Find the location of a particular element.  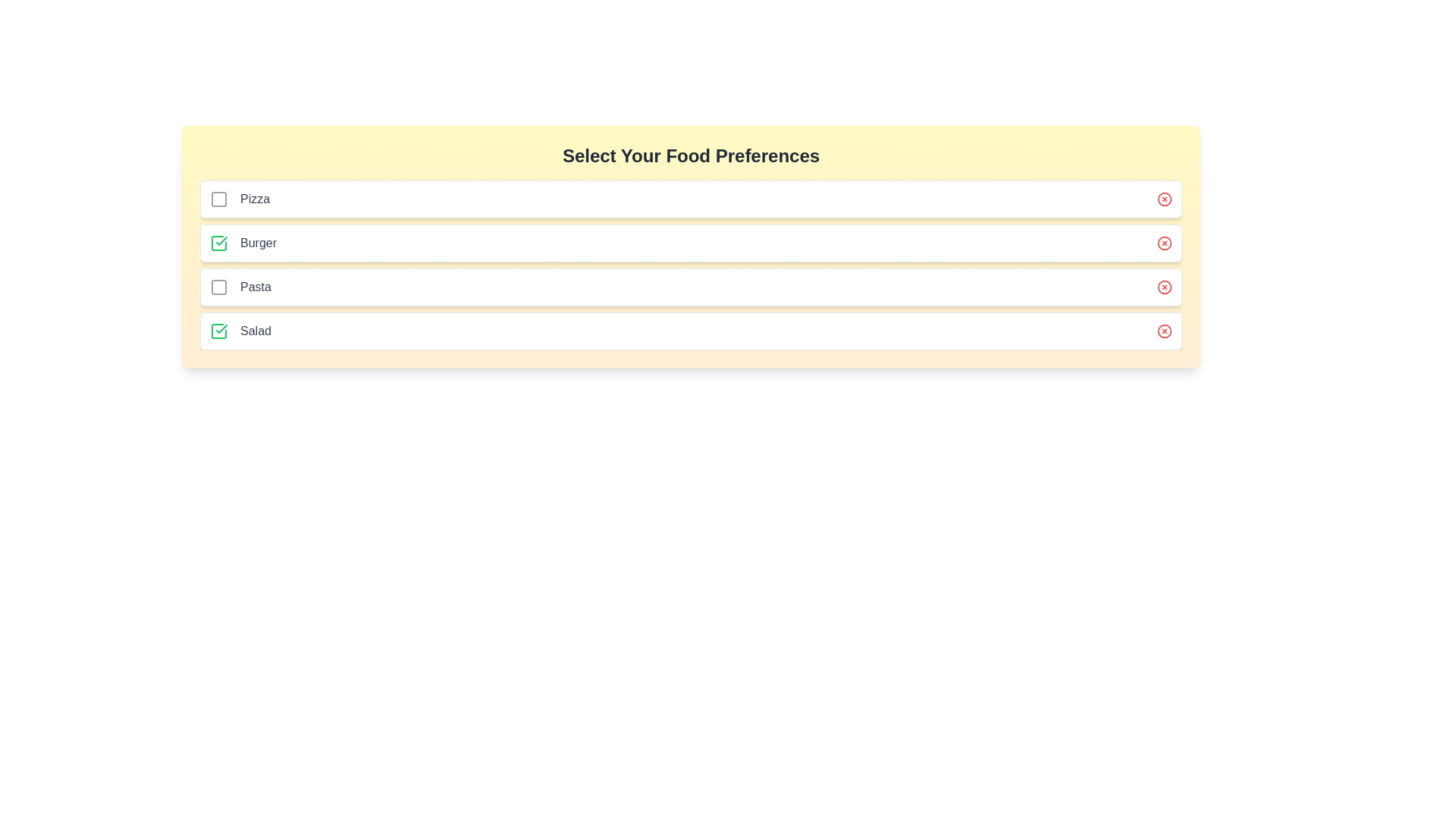

the red close icon located in the third row of the list, aligned at the far right is located at coordinates (1164, 287).